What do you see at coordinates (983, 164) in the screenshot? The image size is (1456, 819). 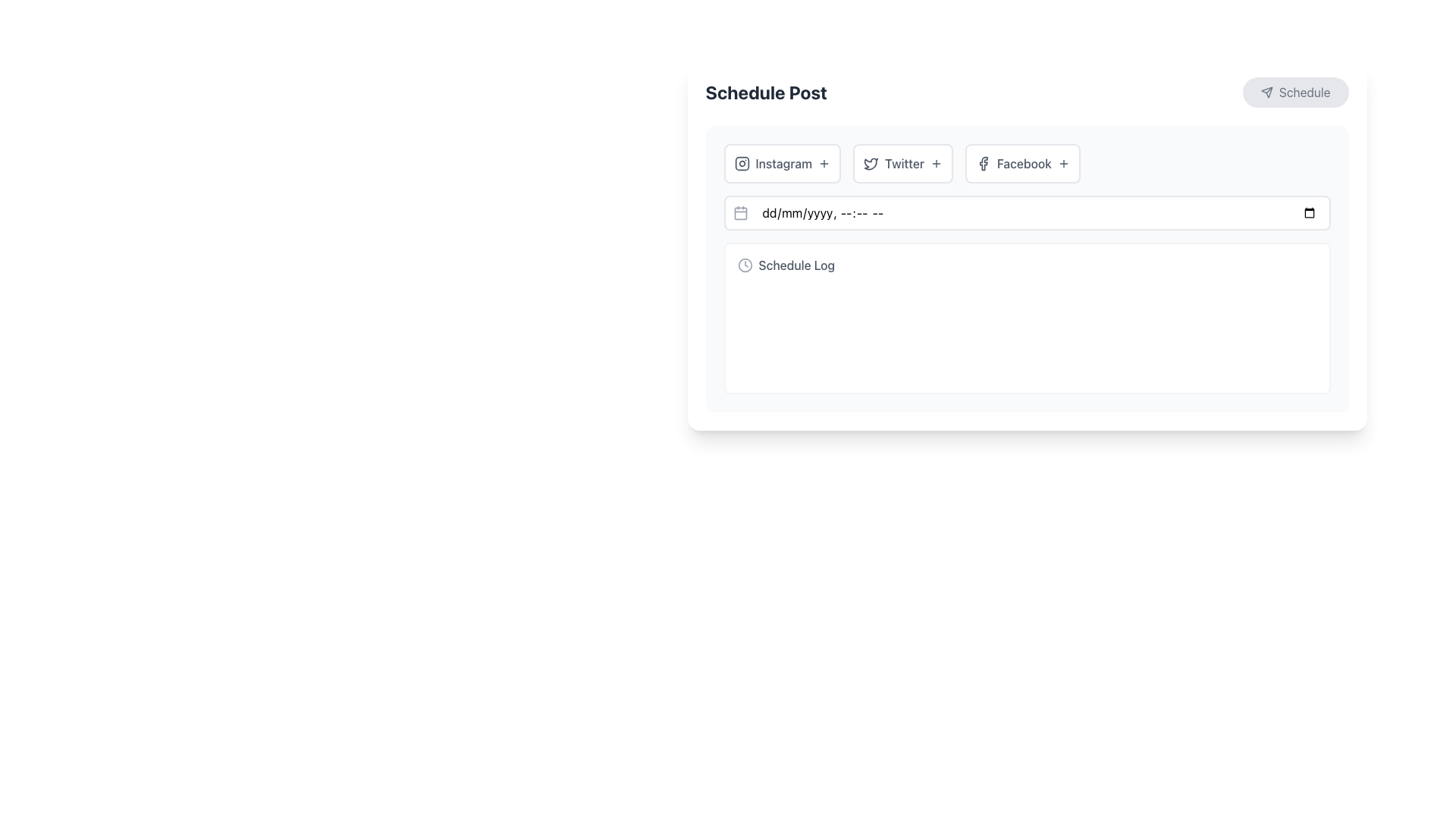 I see `the Facebook icon located in the row of social media buttons, specifically positioned third after Instagram and Twitter` at bounding box center [983, 164].